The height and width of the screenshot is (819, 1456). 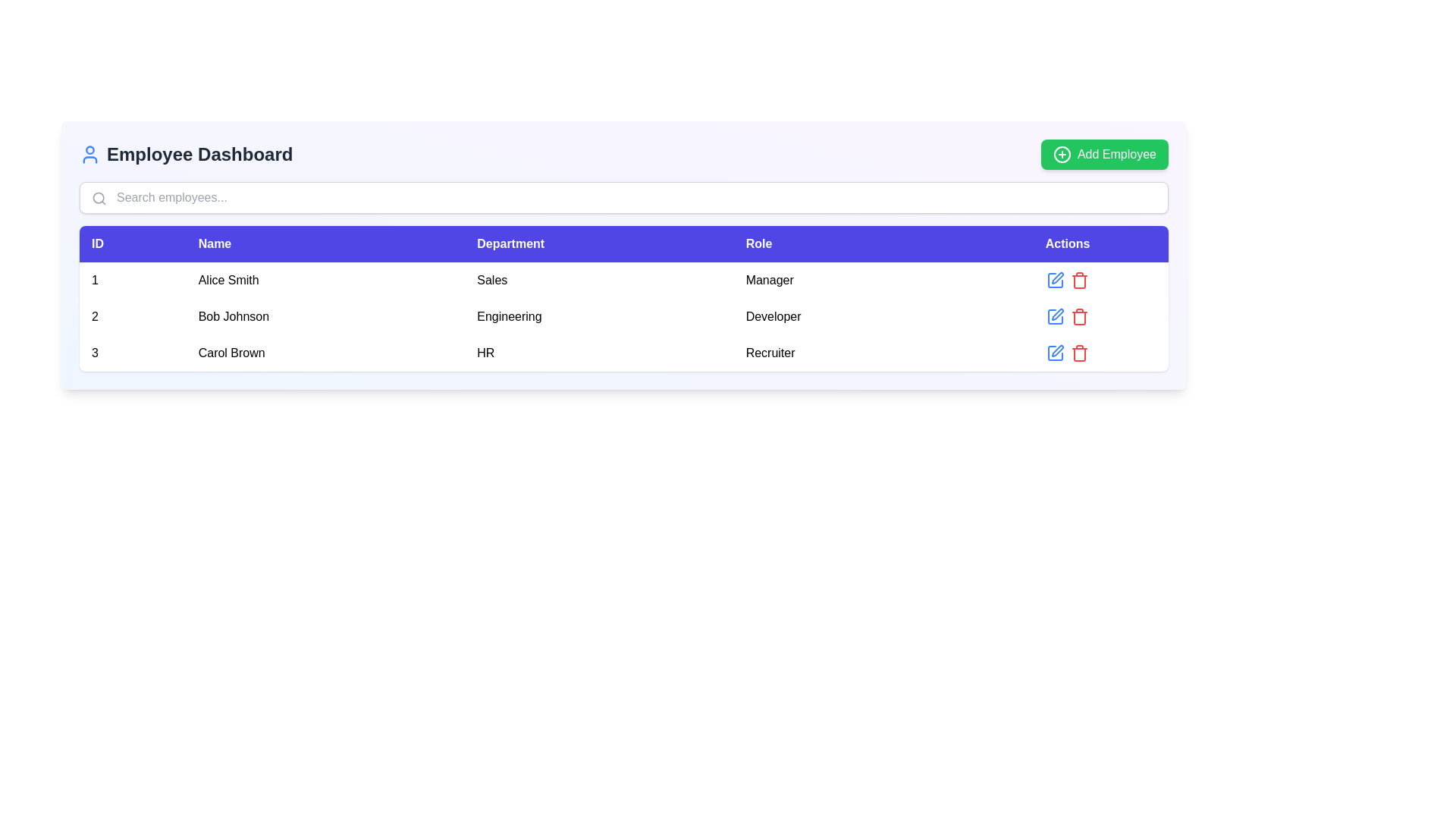 I want to click on the edit button for 'Alice Smith' in the Actions column of the first row to change its appearance, so click(x=1055, y=281).